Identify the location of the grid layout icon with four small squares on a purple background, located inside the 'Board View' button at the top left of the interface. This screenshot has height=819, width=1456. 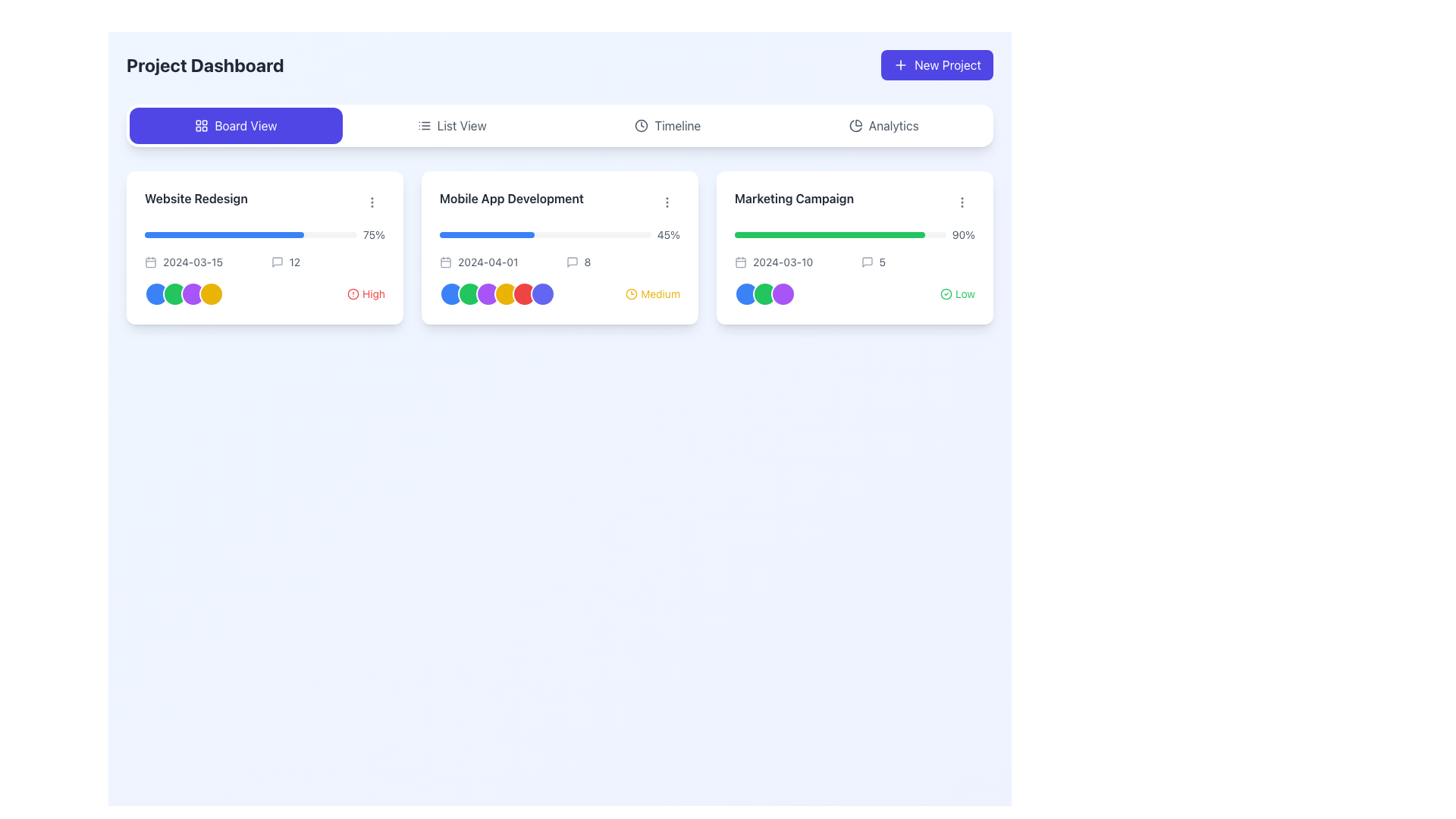
(201, 124).